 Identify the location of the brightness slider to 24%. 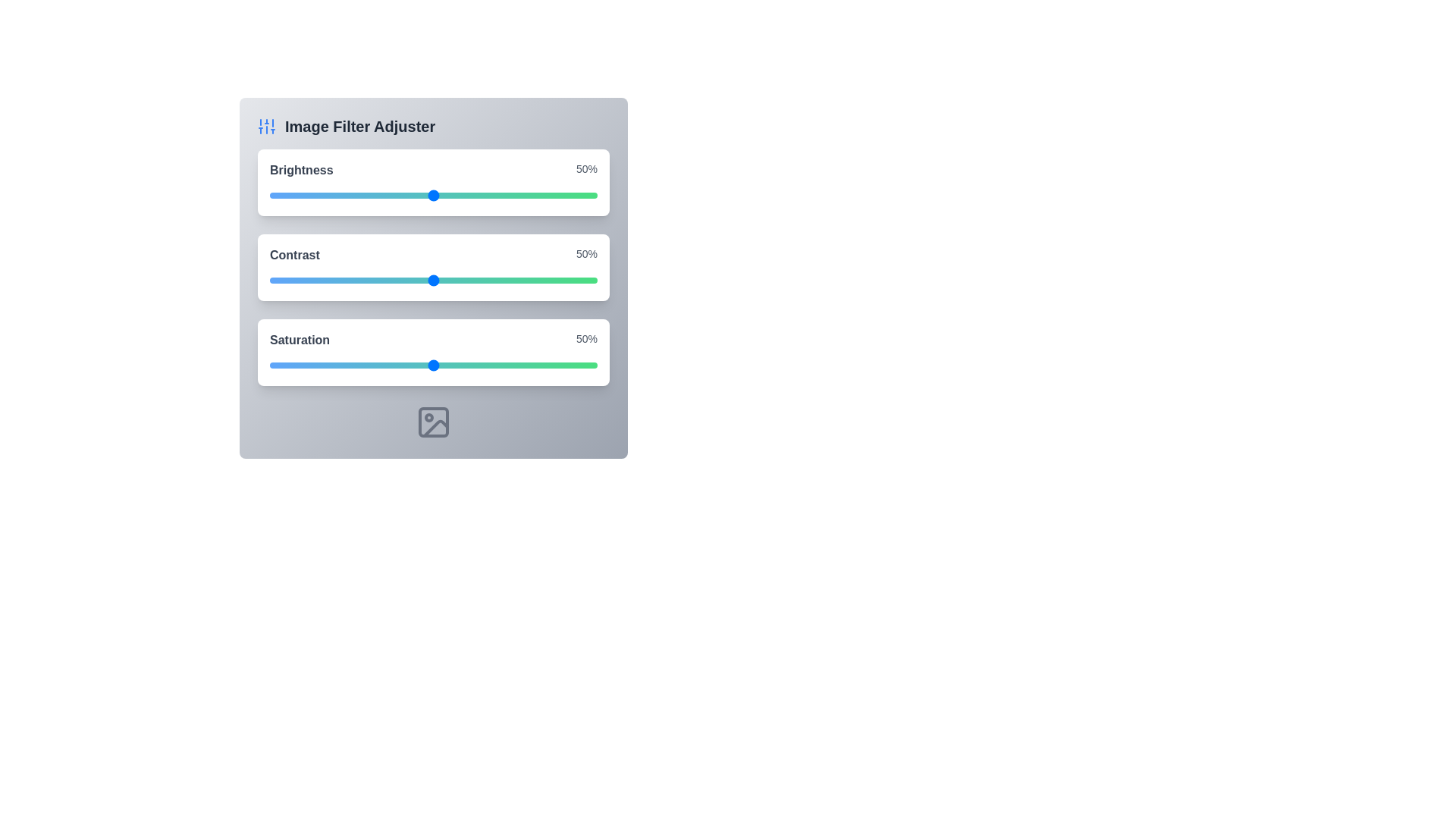
(347, 195).